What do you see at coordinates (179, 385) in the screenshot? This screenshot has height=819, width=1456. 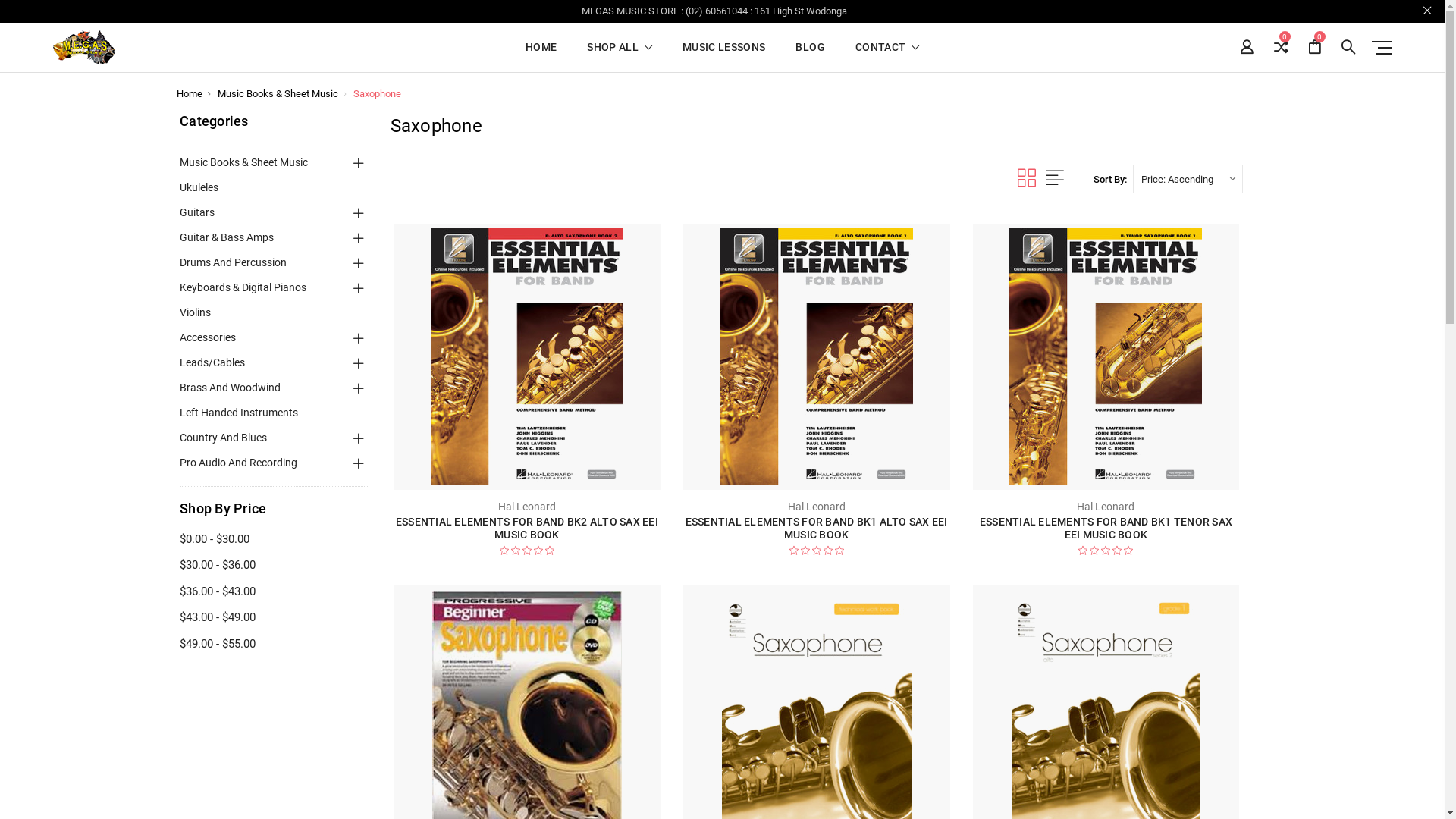 I see `'Brass And Woodwind'` at bounding box center [179, 385].